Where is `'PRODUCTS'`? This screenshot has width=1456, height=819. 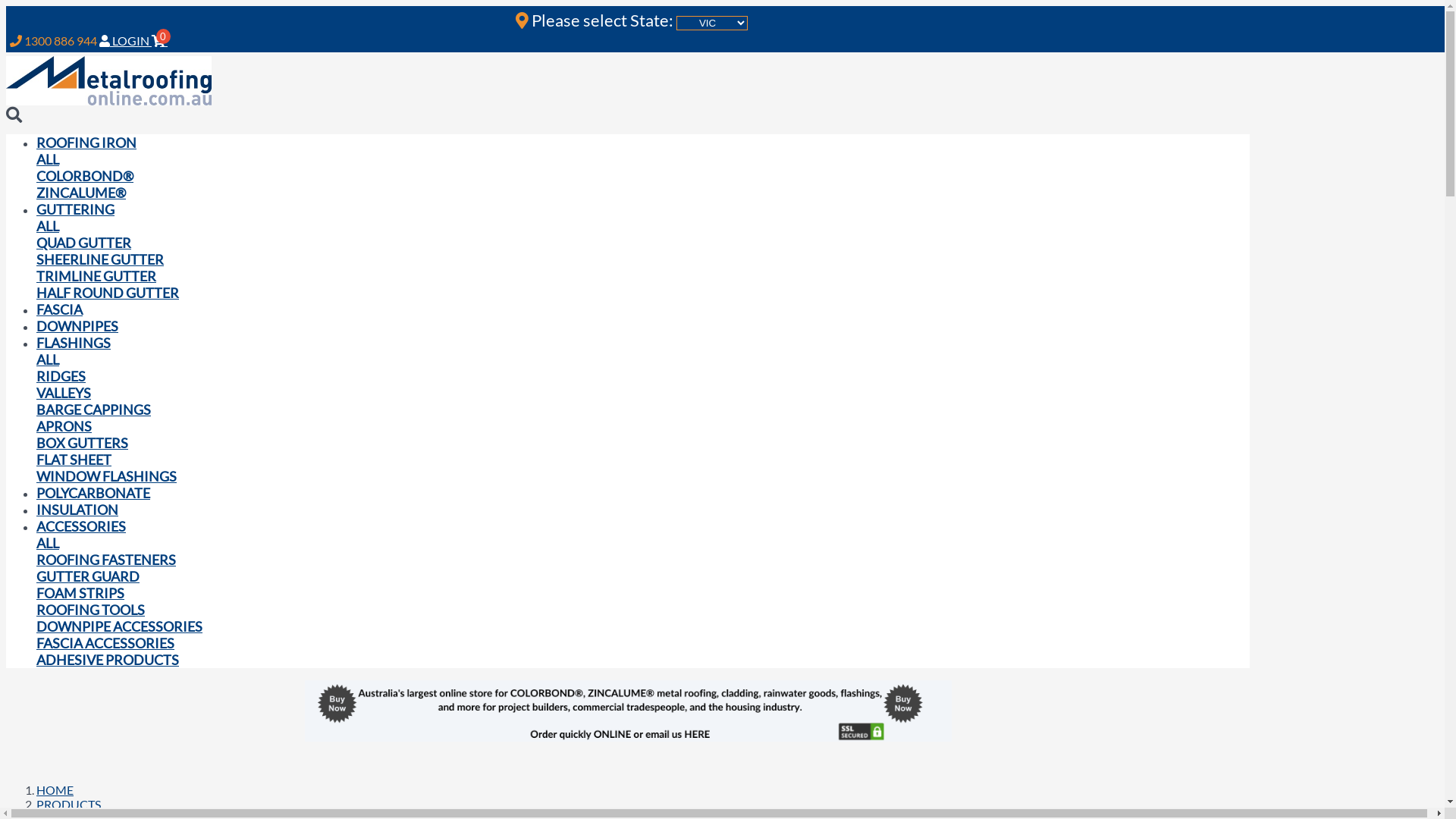
'PRODUCTS' is located at coordinates (67, 803).